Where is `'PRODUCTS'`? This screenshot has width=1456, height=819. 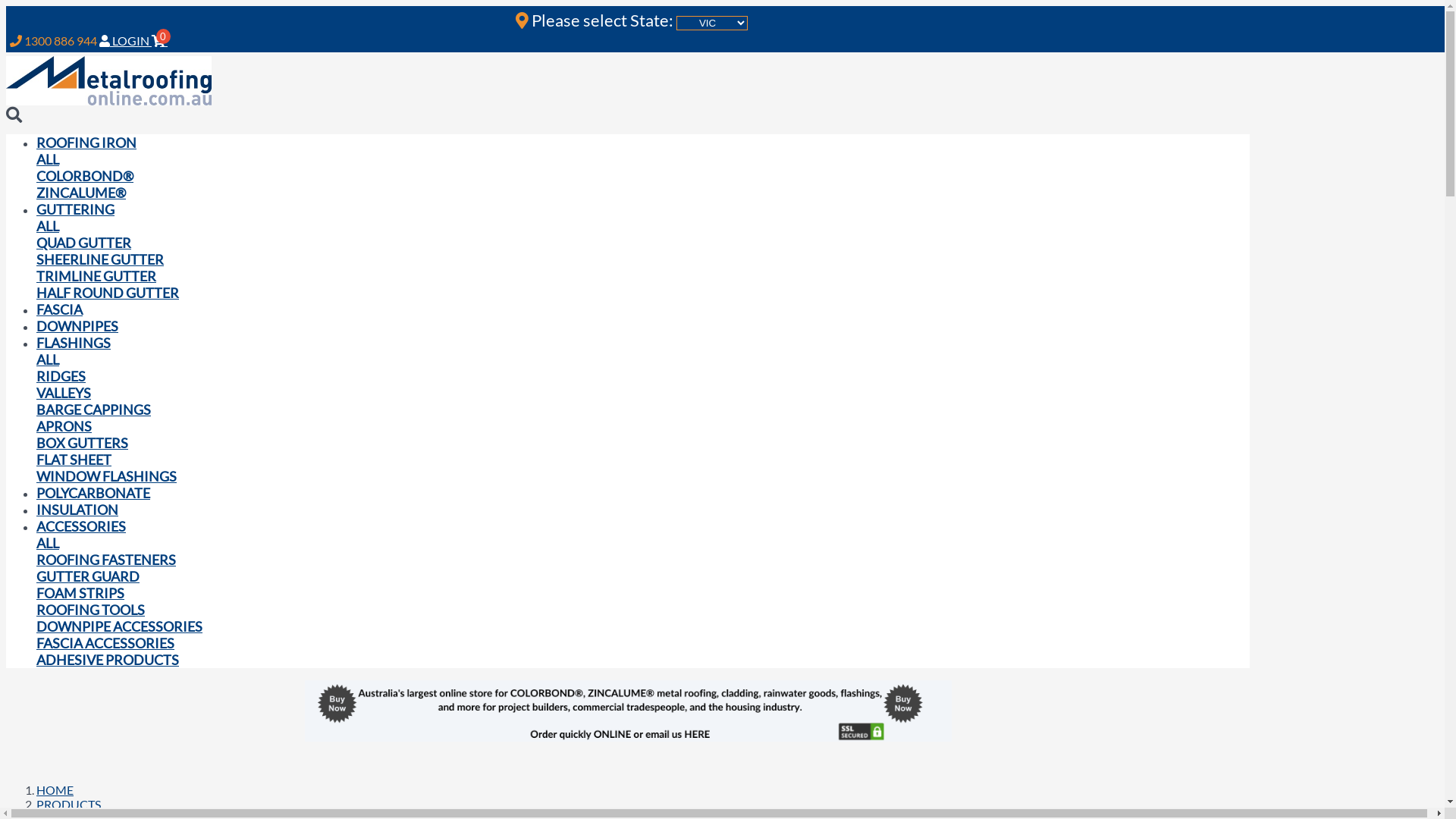
'PRODUCTS' is located at coordinates (67, 803).